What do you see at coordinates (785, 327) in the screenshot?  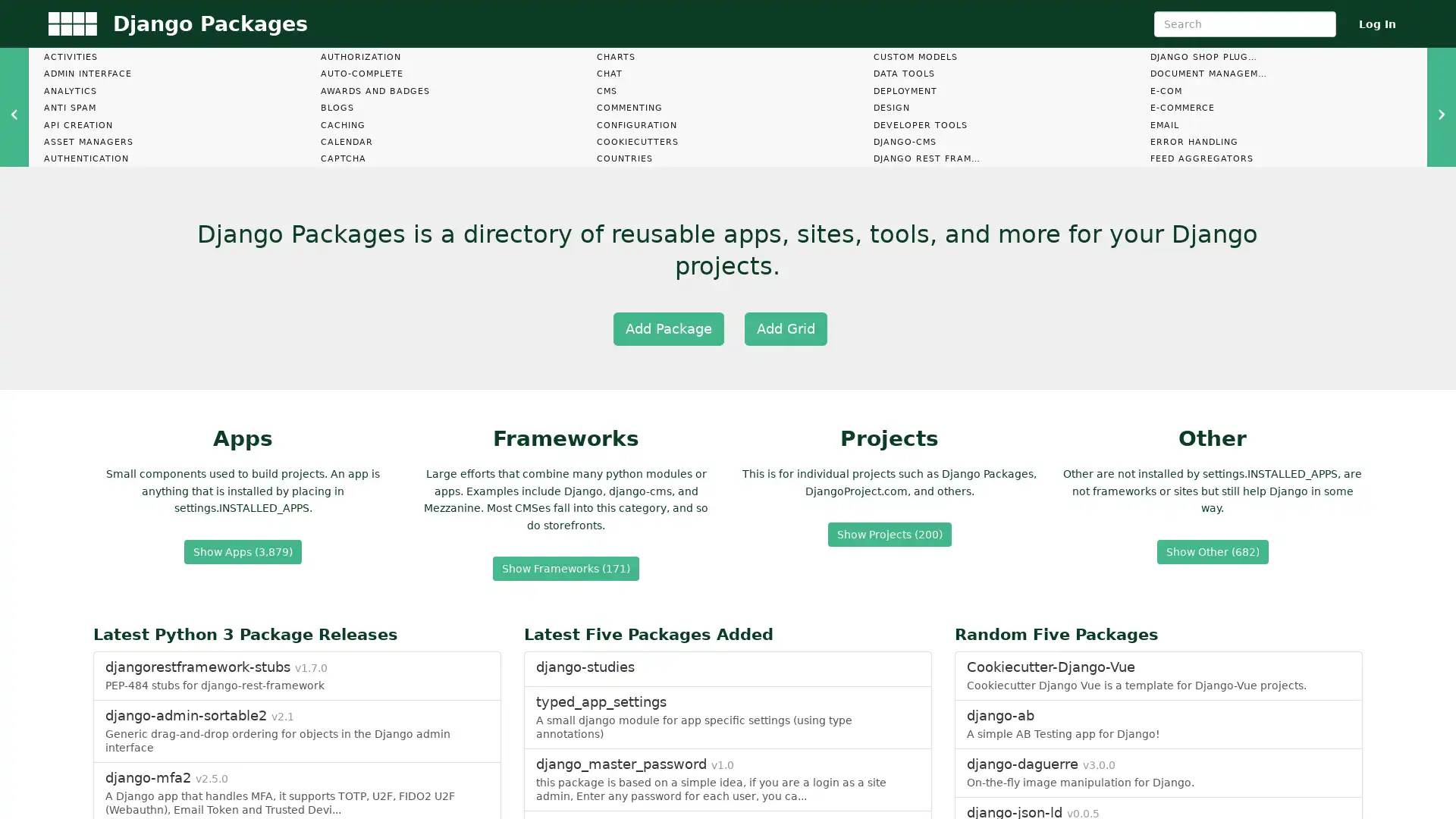 I see `Add Grid` at bounding box center [785, 327].